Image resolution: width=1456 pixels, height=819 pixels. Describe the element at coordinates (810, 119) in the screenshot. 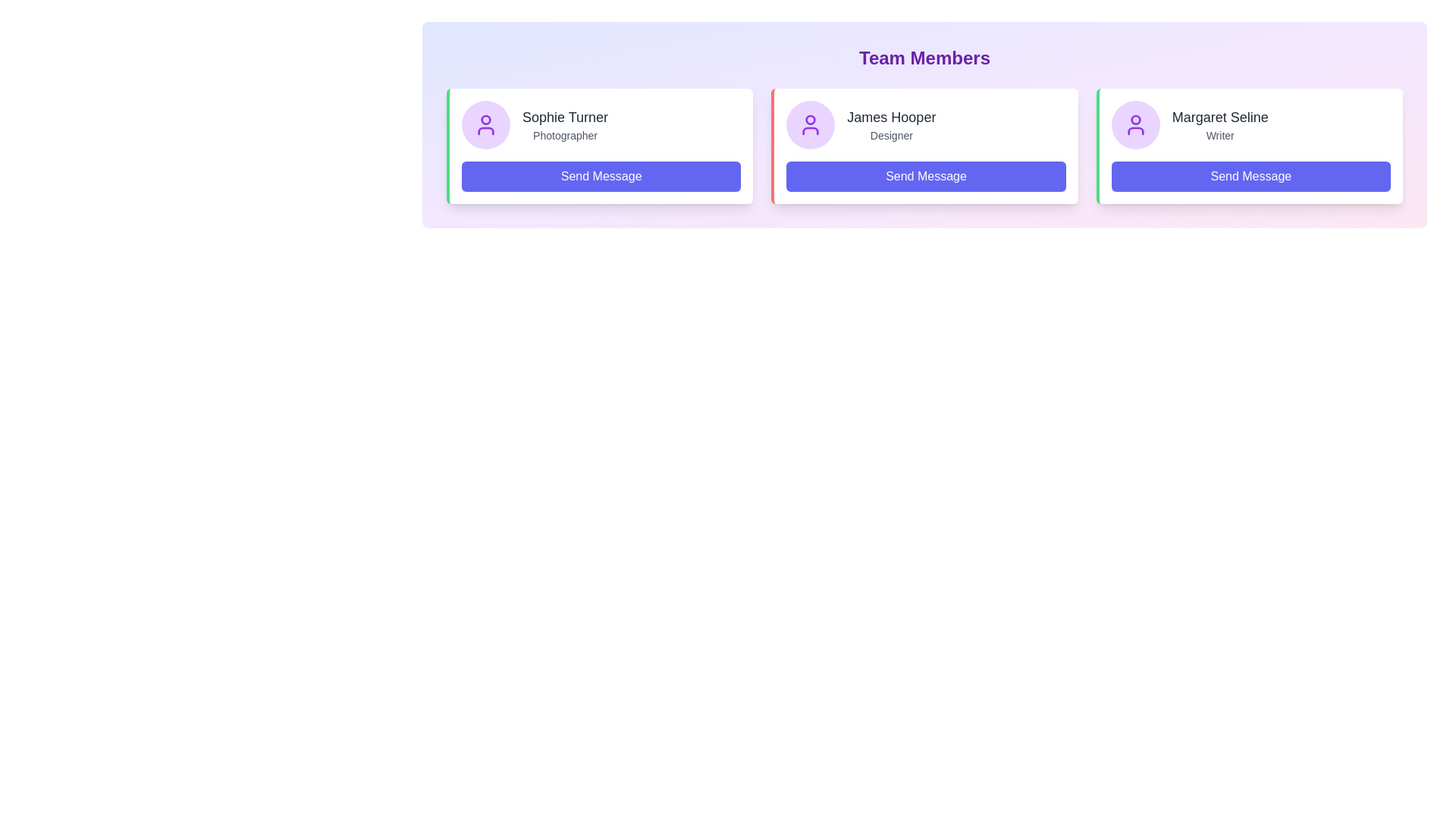

I see `the small purple circular SVG element that is part of the profile icon for 'James Hooper', located in the upper left section of the user card` at that location.